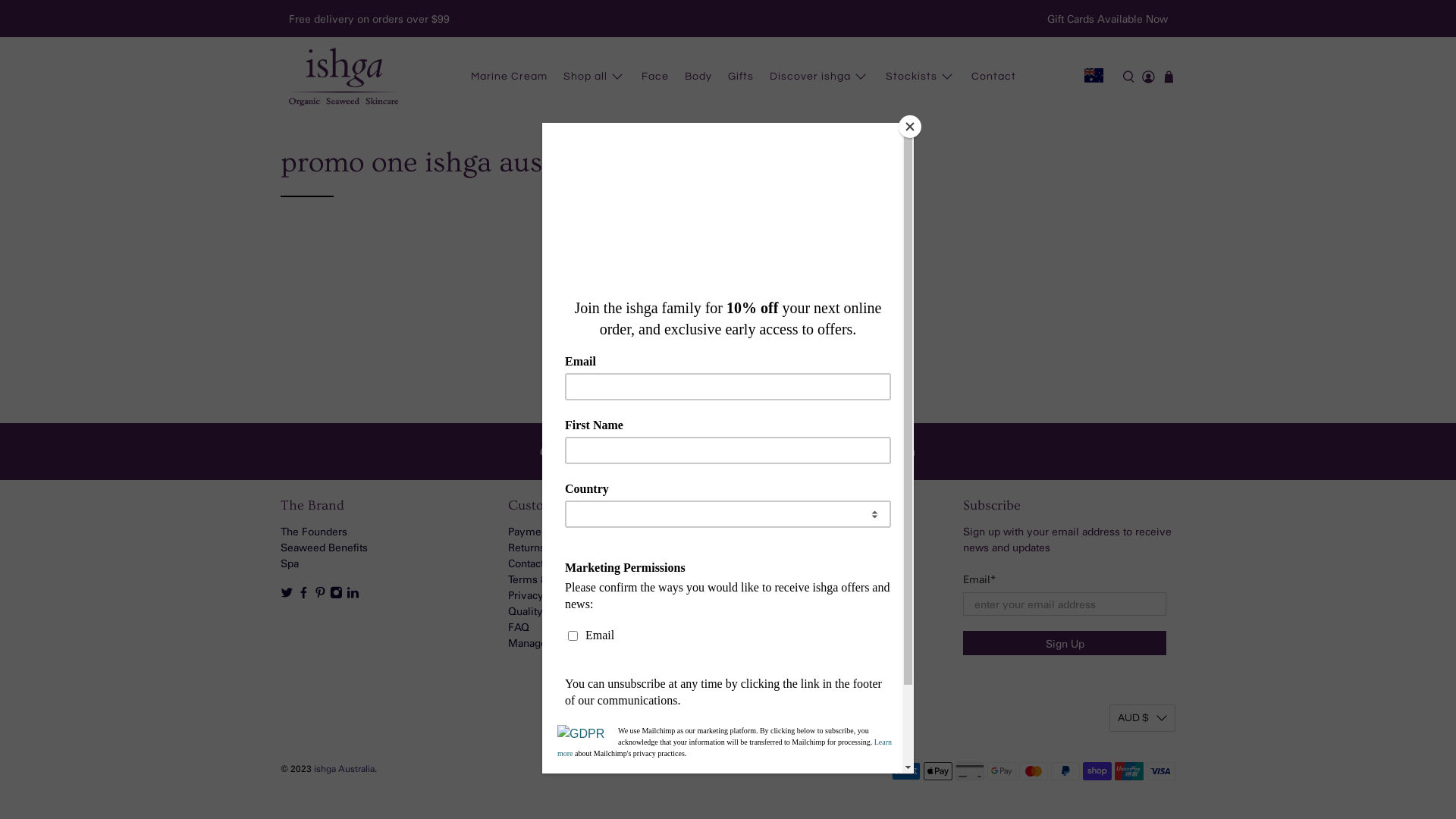 The image size is (1456, 819). I want to click on 'SEK', so click(1142, 88).